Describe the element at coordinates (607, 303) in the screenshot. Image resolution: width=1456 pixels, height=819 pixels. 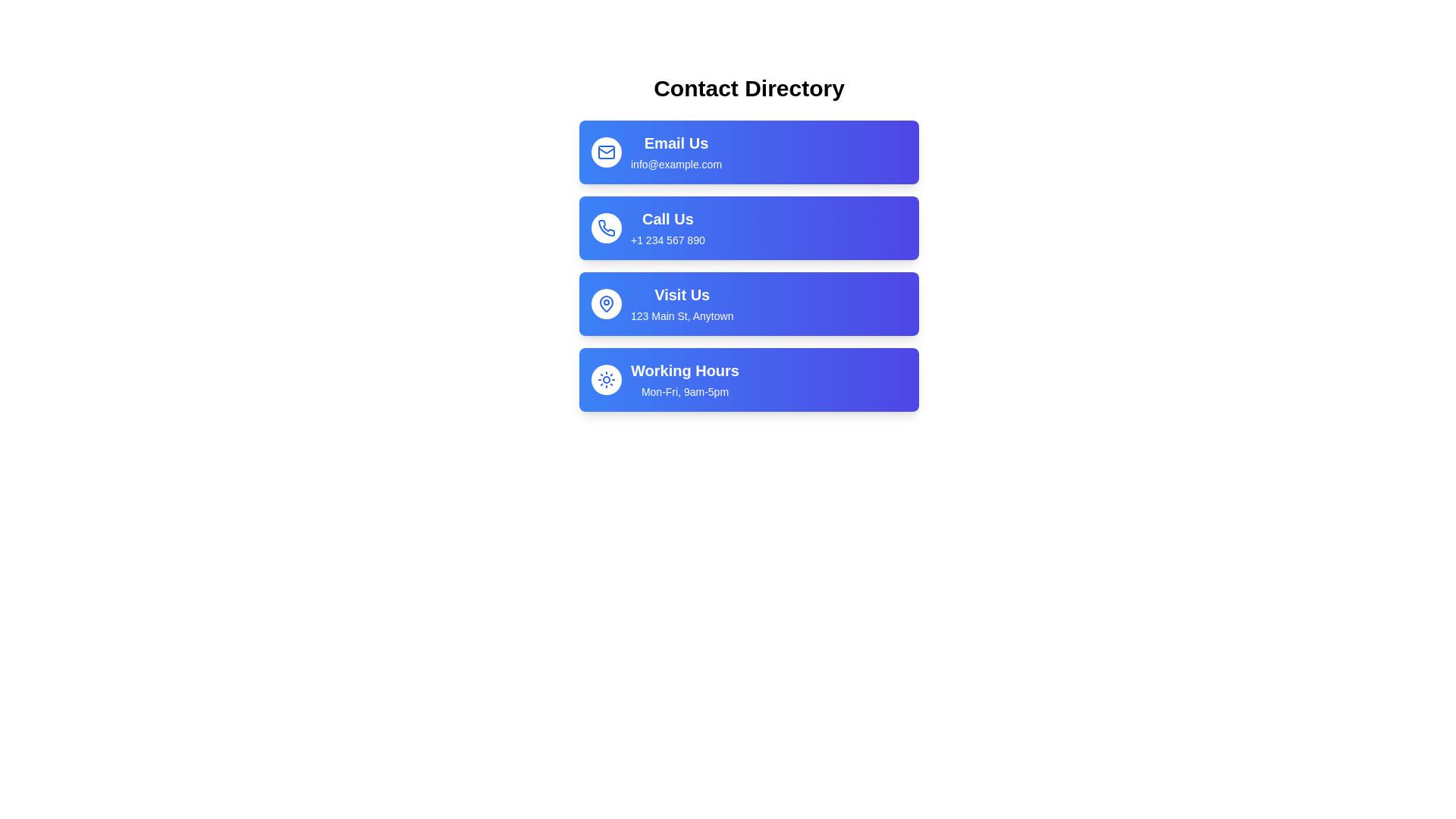
I see `the lower portion of the map pin-shaped icon located in the 'Visit Us' section of the UI, which is the third entry in a vertically stacked list of contact options` at that location.